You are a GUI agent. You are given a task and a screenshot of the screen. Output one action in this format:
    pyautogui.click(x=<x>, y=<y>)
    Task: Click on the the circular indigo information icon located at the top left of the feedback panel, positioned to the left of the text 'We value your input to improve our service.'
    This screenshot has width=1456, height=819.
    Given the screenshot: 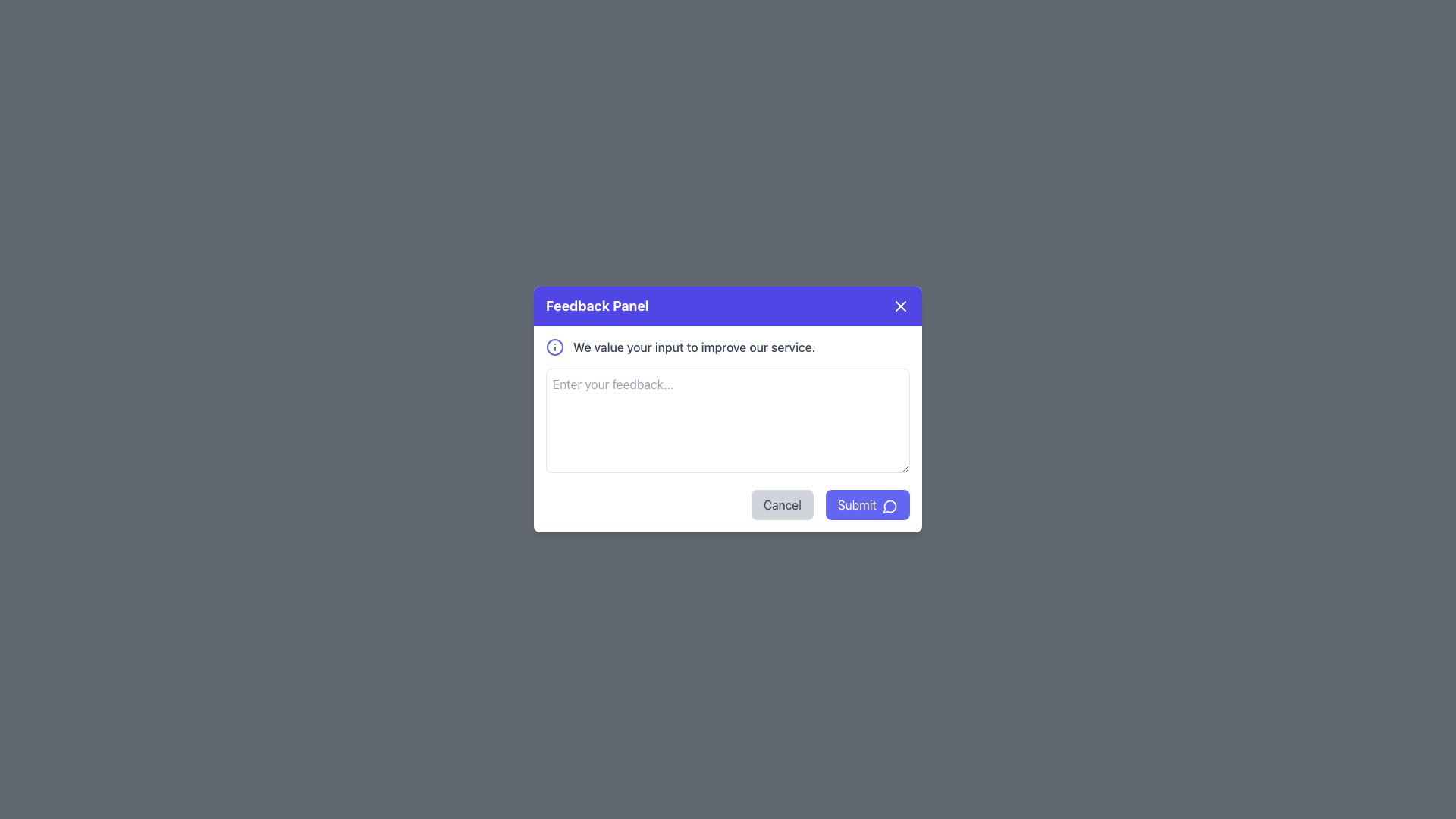 What is the action you would take?
    pyautogui.click(x=554, y=347)
    